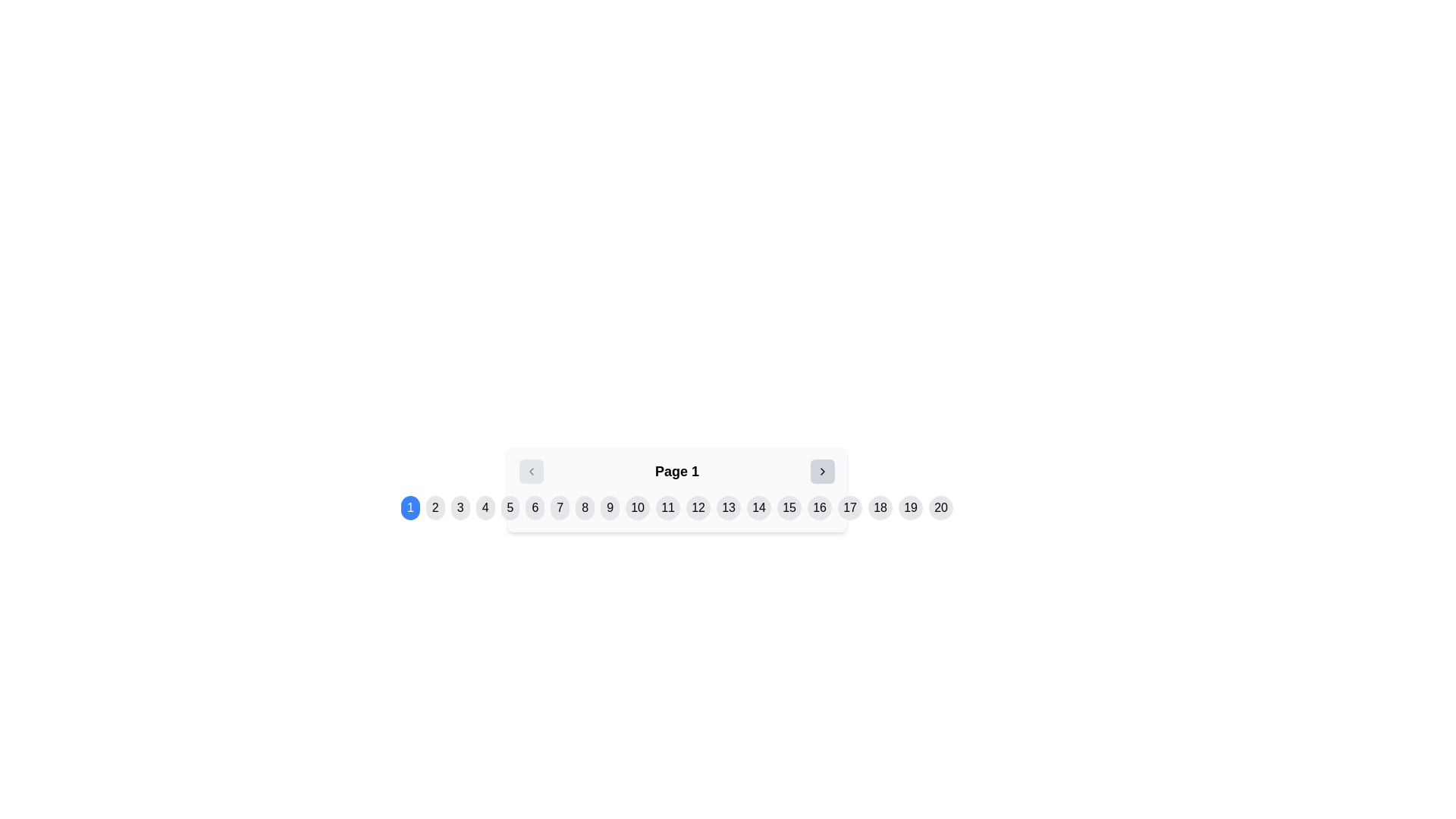  What do you see at coordinates (510, 508) in the screenshot?
I see `the circular button labeled '5' with a light gray background, which is the fifth button in a navigation bar, to change its background color` at bounding box center [510, 508].